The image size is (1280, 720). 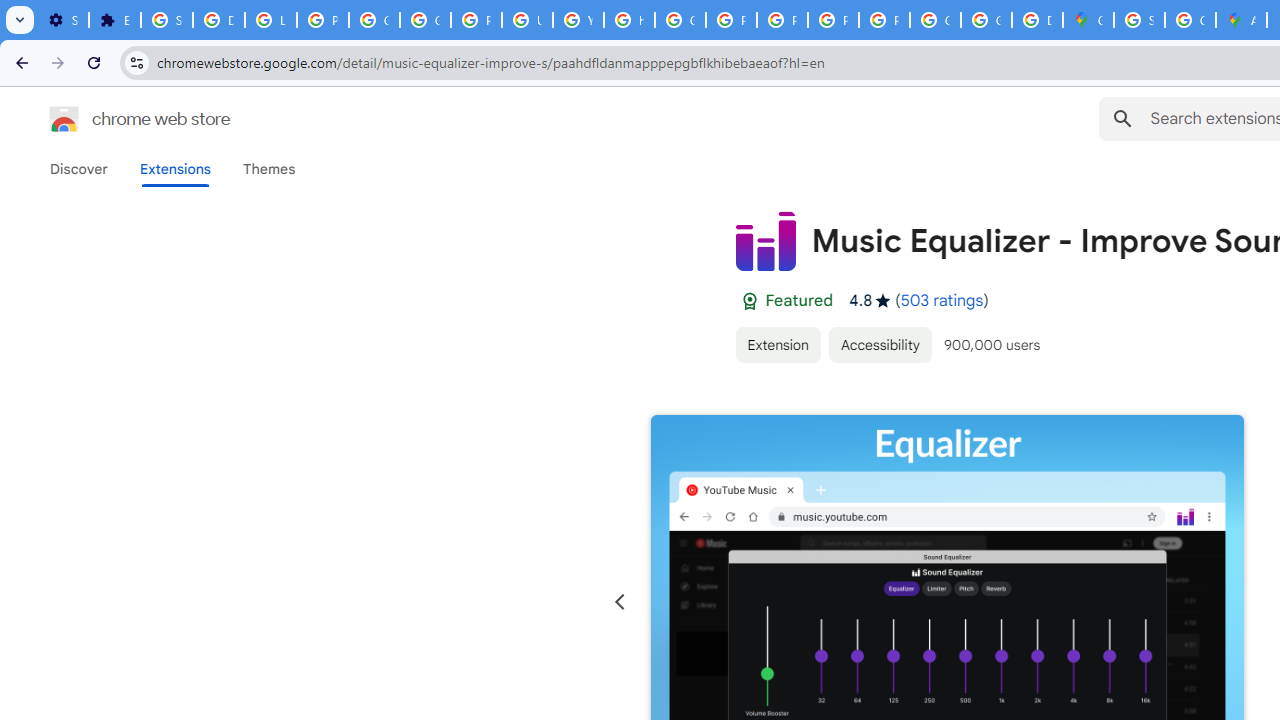 What do you see at coordinates (58, 61) in the screenshot?
I see `'Forward'` at bounding box center [58, 61].